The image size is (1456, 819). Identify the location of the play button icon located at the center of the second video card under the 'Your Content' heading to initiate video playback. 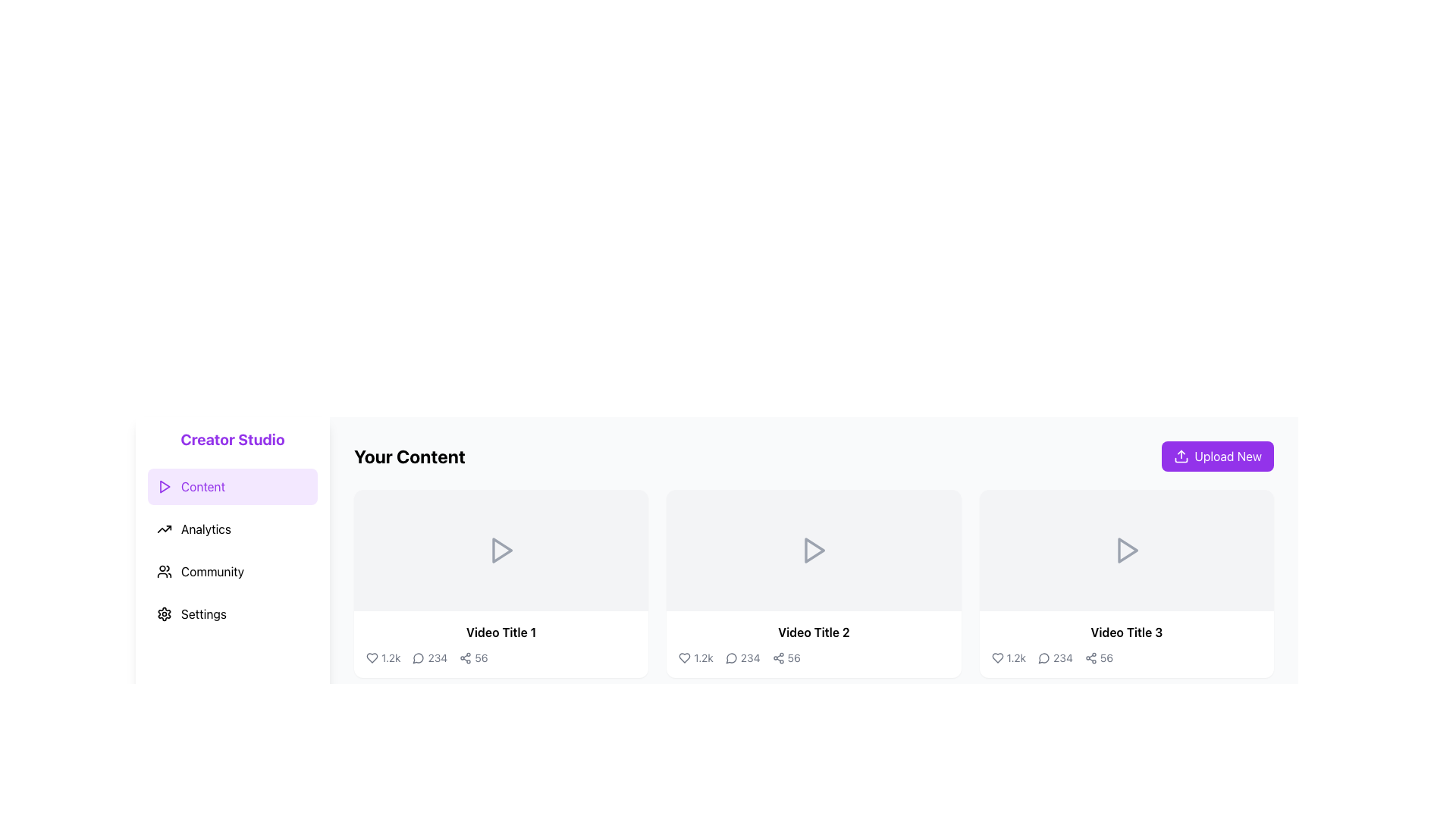
(814, 550).